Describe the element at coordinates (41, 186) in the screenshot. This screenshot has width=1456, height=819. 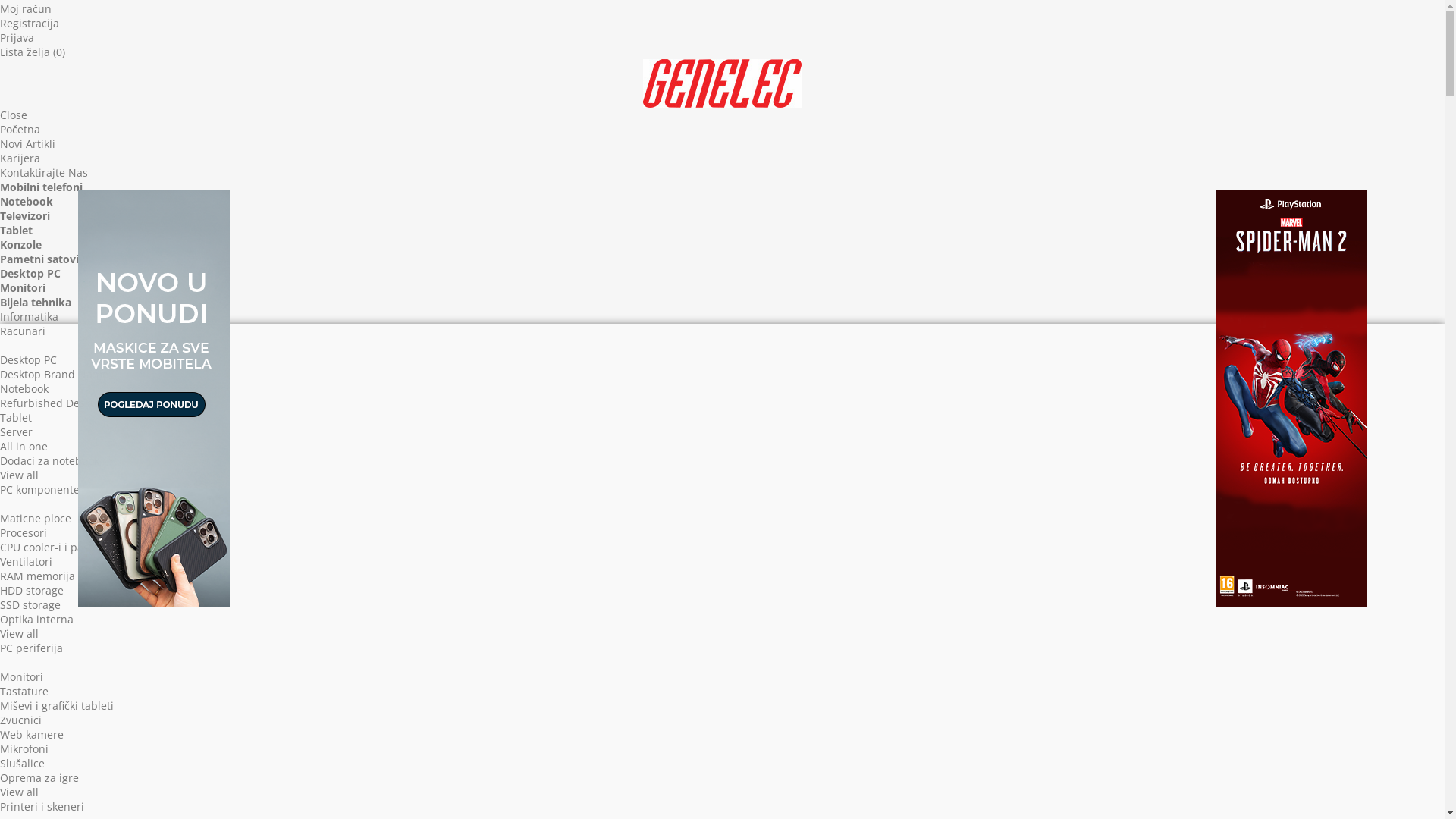
I see `'Mobilni telefoni'` at that location.